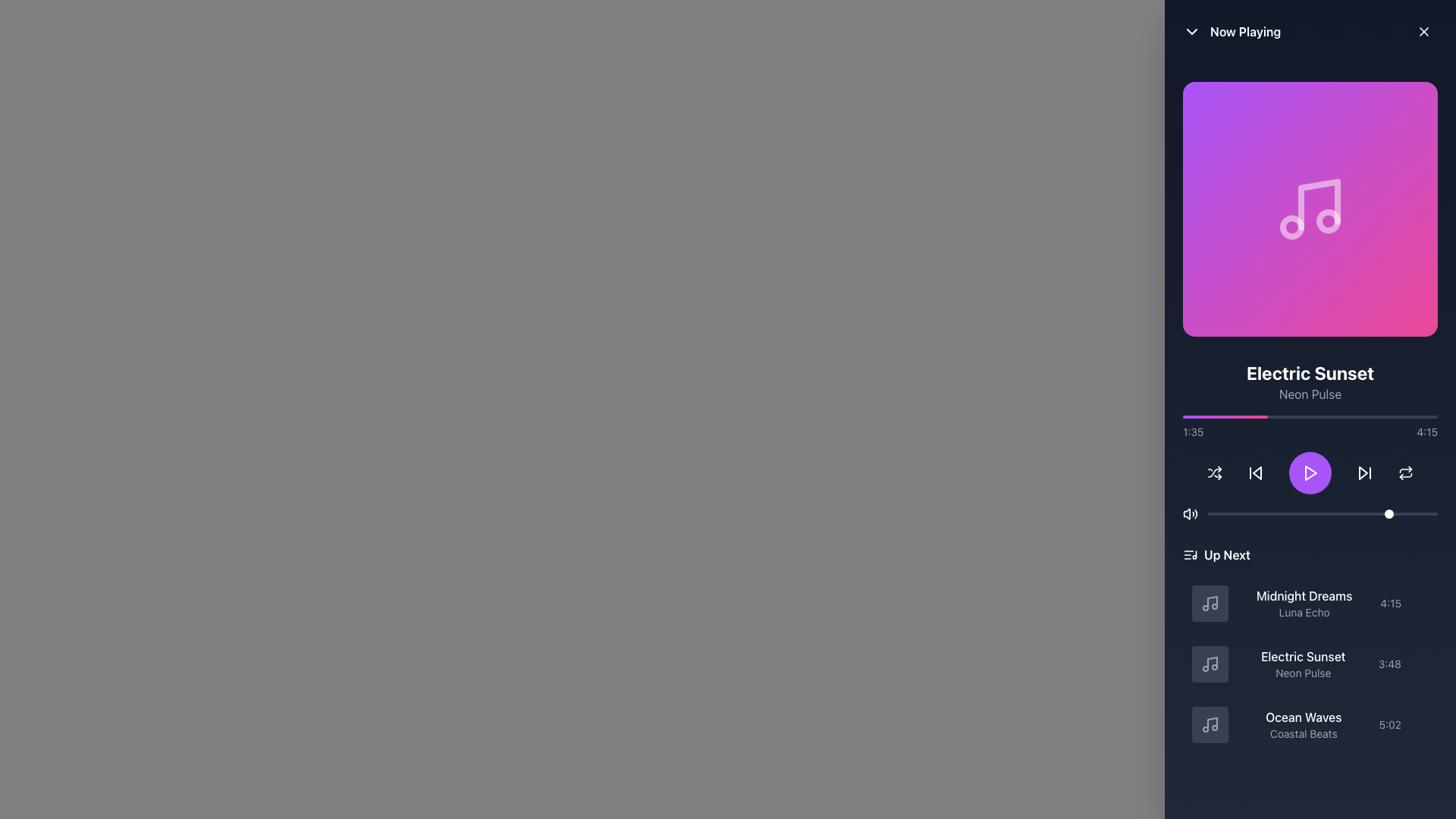 The height and width of the screenshot is (819, 1456). I want to click on the icon representing the song 'Midnight Dreams' by 'Luna Echo' in the playlist, located at the leftmost side of the entry, so click(1210, 602).